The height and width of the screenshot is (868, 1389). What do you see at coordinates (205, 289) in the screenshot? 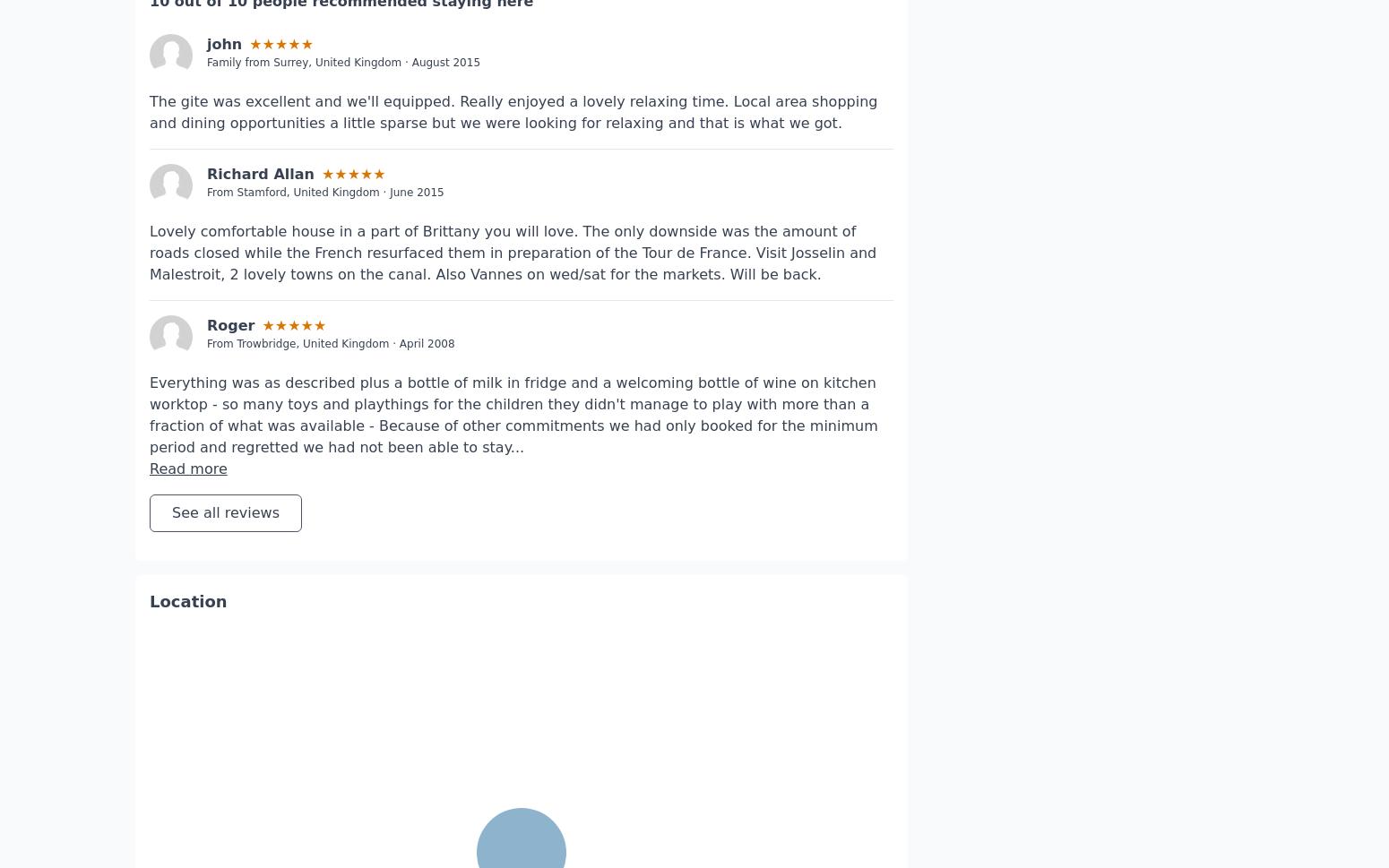
I see `'From Trowbridge, United Kingdom'` at bounding box center [205, 289].